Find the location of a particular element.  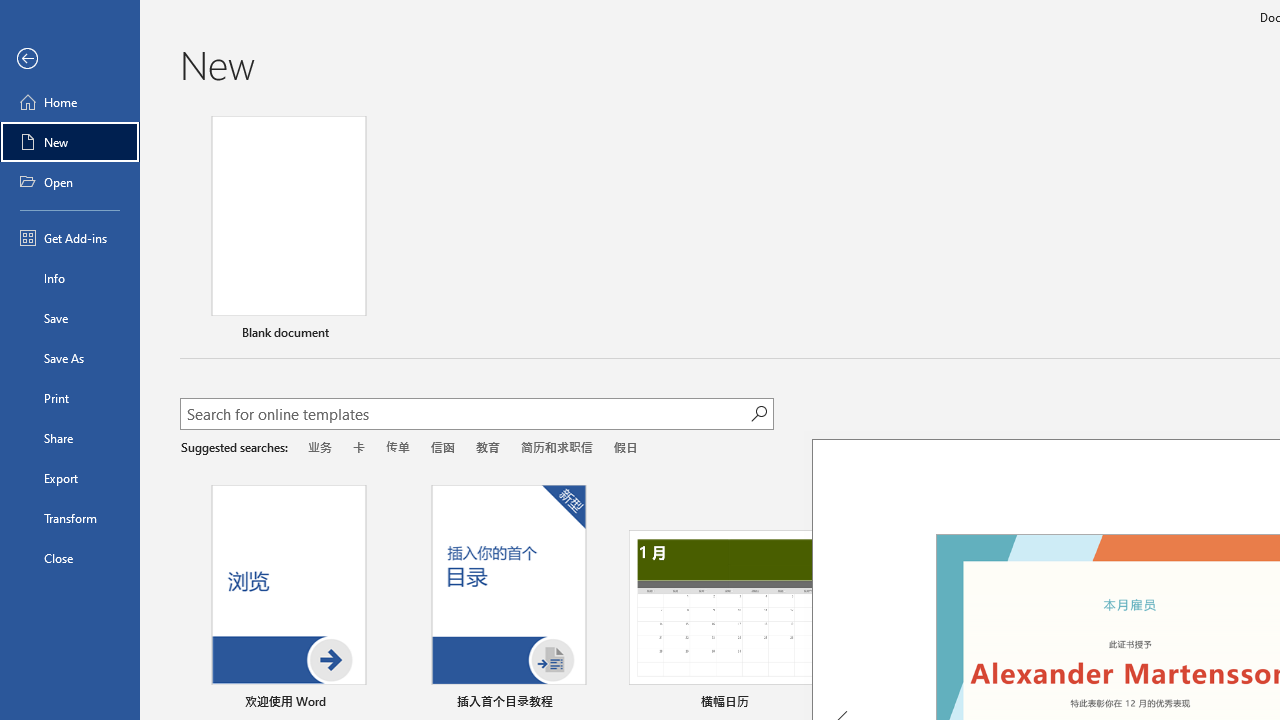

'Save As' is located at coordinates (69, 356).